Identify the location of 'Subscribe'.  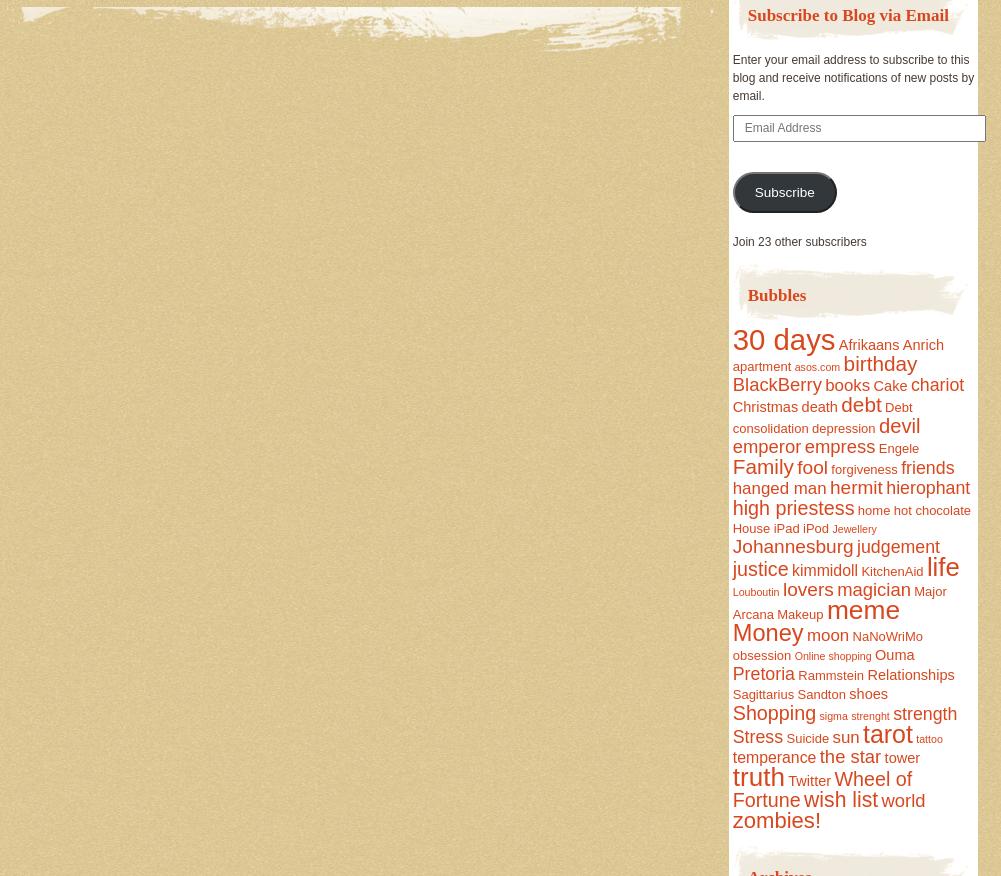
(783, 191).